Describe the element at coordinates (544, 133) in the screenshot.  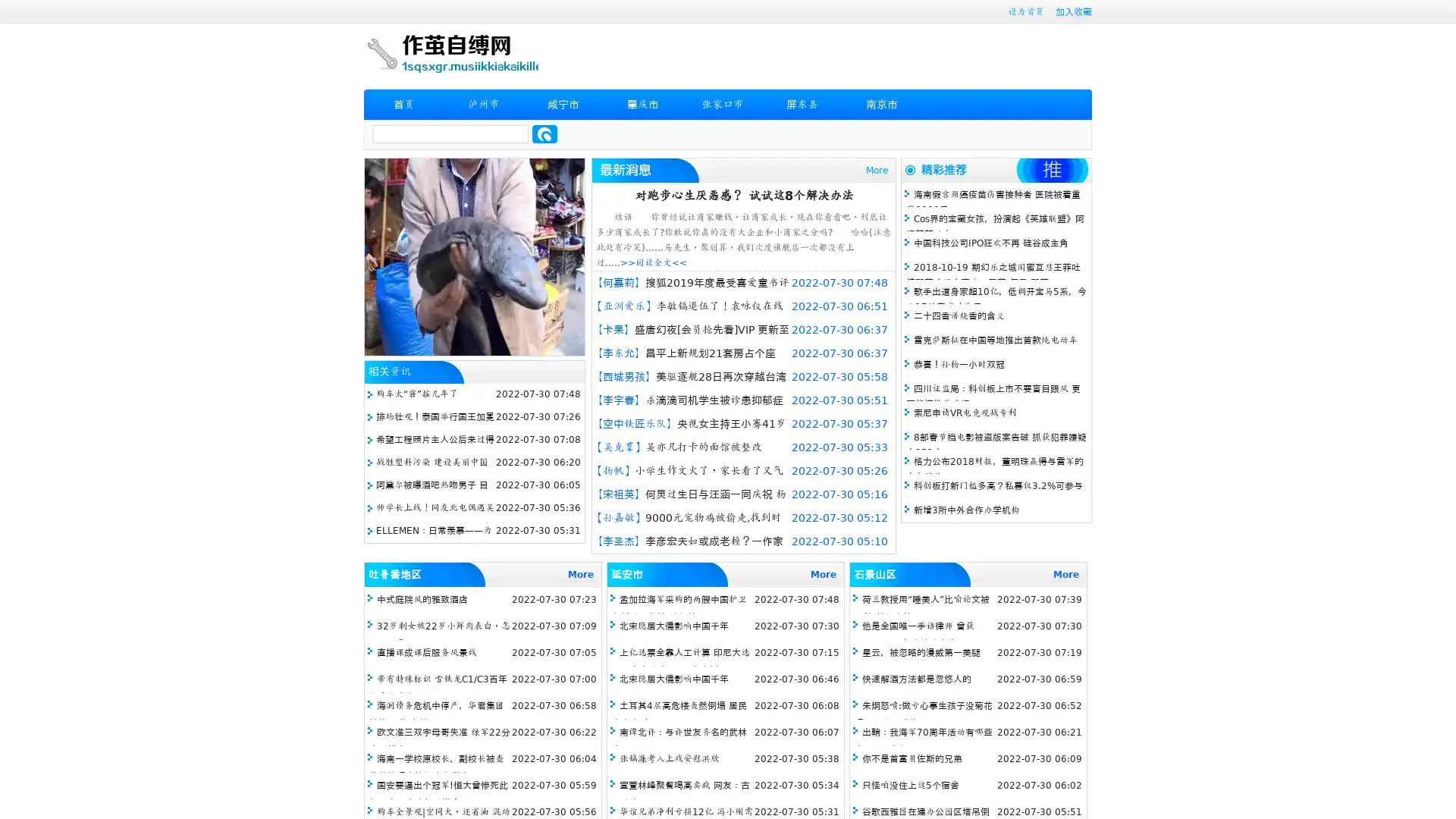
I see `Search` at that location.